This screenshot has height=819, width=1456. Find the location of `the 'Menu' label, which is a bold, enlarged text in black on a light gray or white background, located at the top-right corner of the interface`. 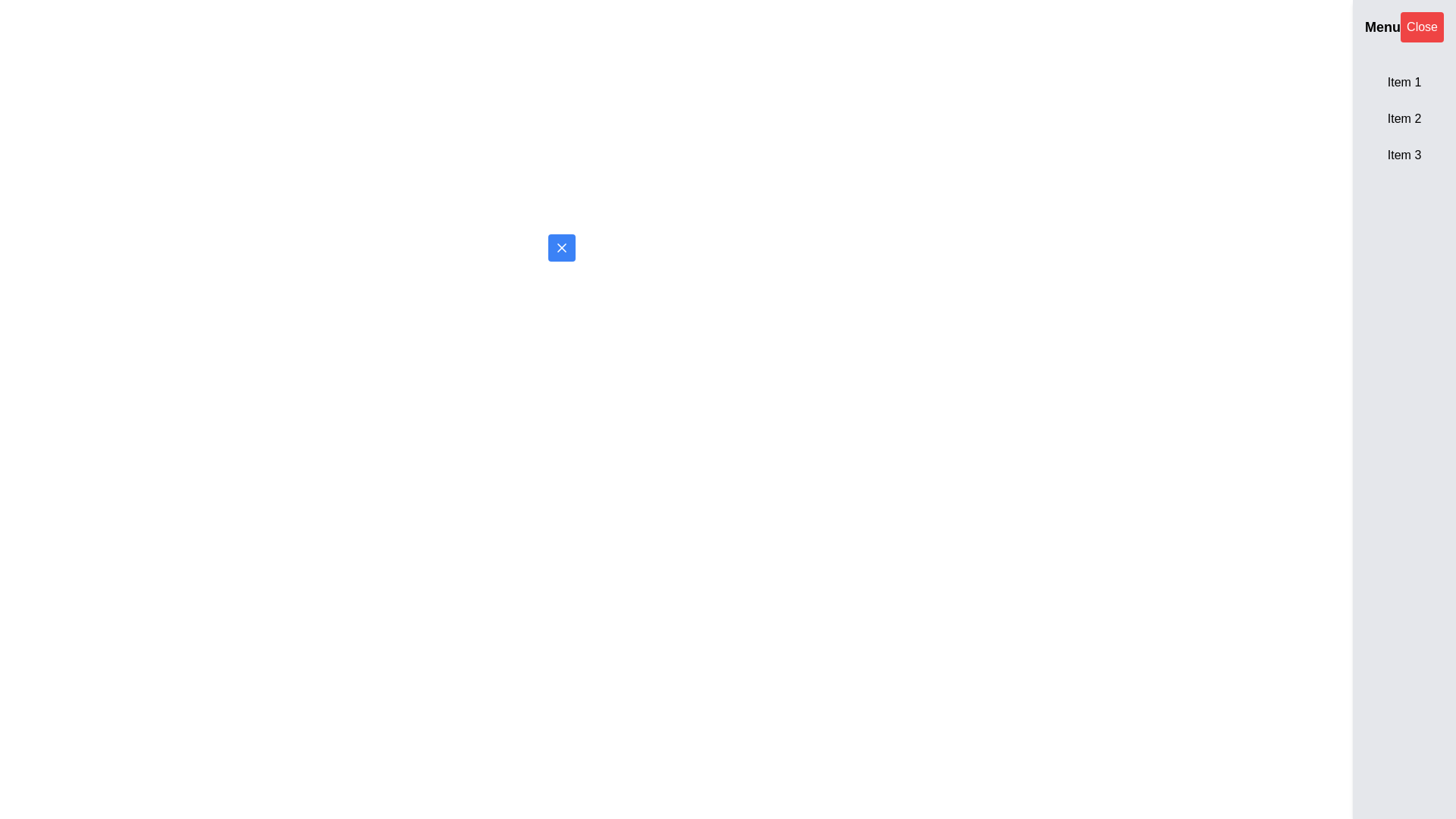

the 'Menu' label, which is a bold, enlarged text in black on a light gray or white background, located at the top-right corner of the interface is located at coordinates (1382, 27).